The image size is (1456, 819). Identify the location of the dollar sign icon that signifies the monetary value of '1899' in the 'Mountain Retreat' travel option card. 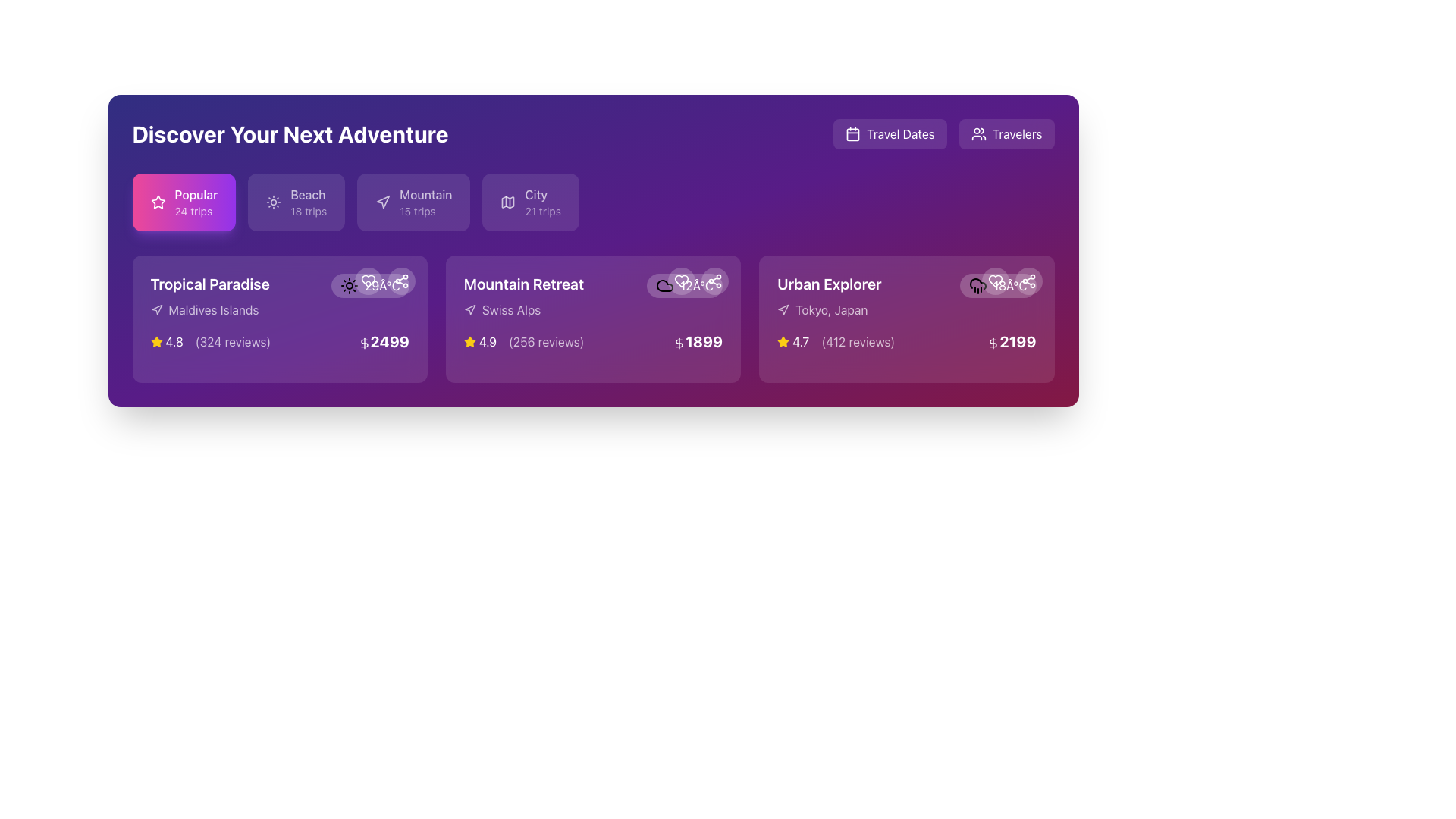
(679, 343).